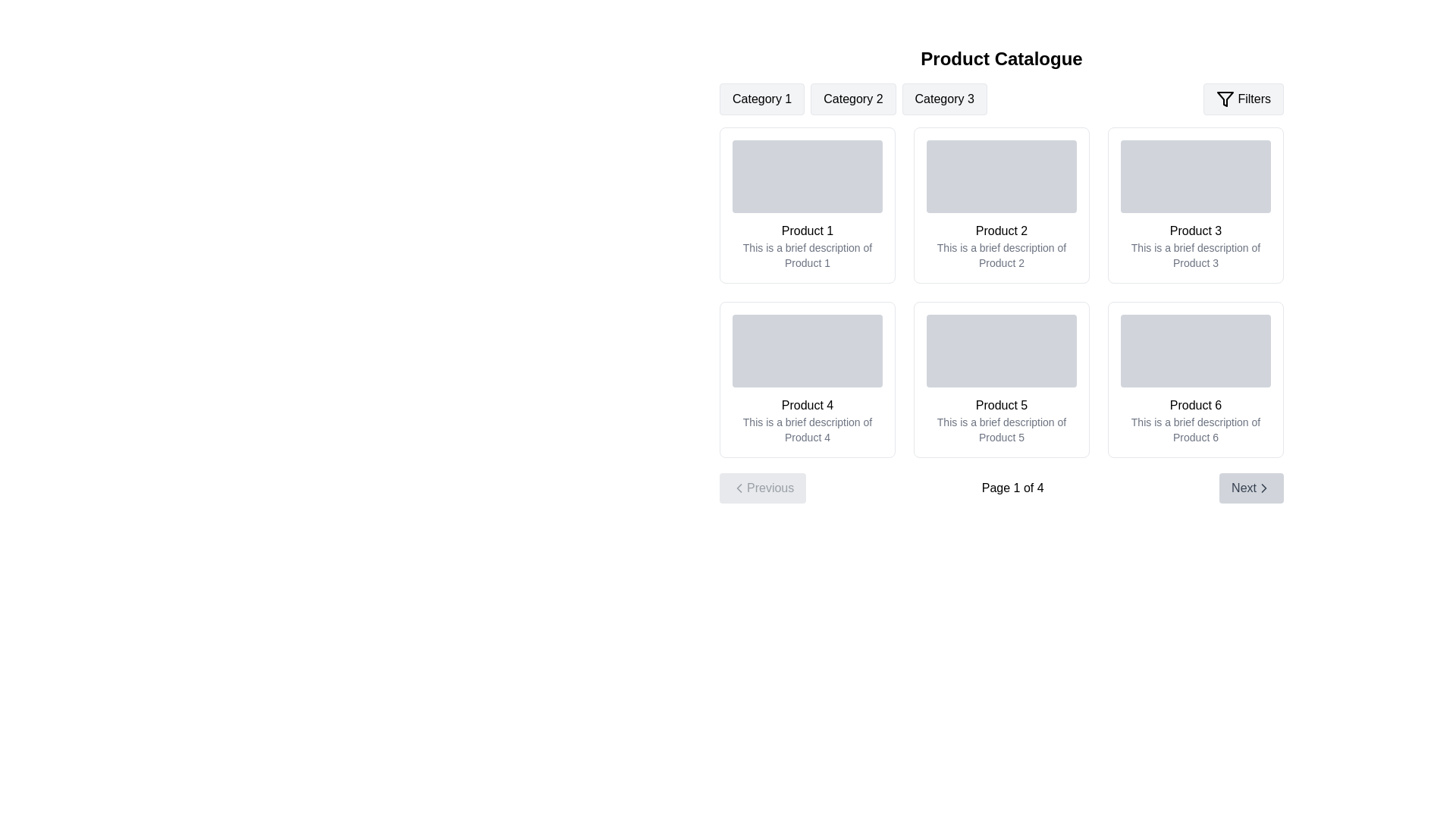 Image resolution: width=1456 pixels, height=819 pixels. What do you see at coordinates (1263, 488) in the screenshot?
I see `the right-facing chevron icon, which is part of the 'Next' button located at the bottom right corner of the interface` at bounding box center [1263, 488].